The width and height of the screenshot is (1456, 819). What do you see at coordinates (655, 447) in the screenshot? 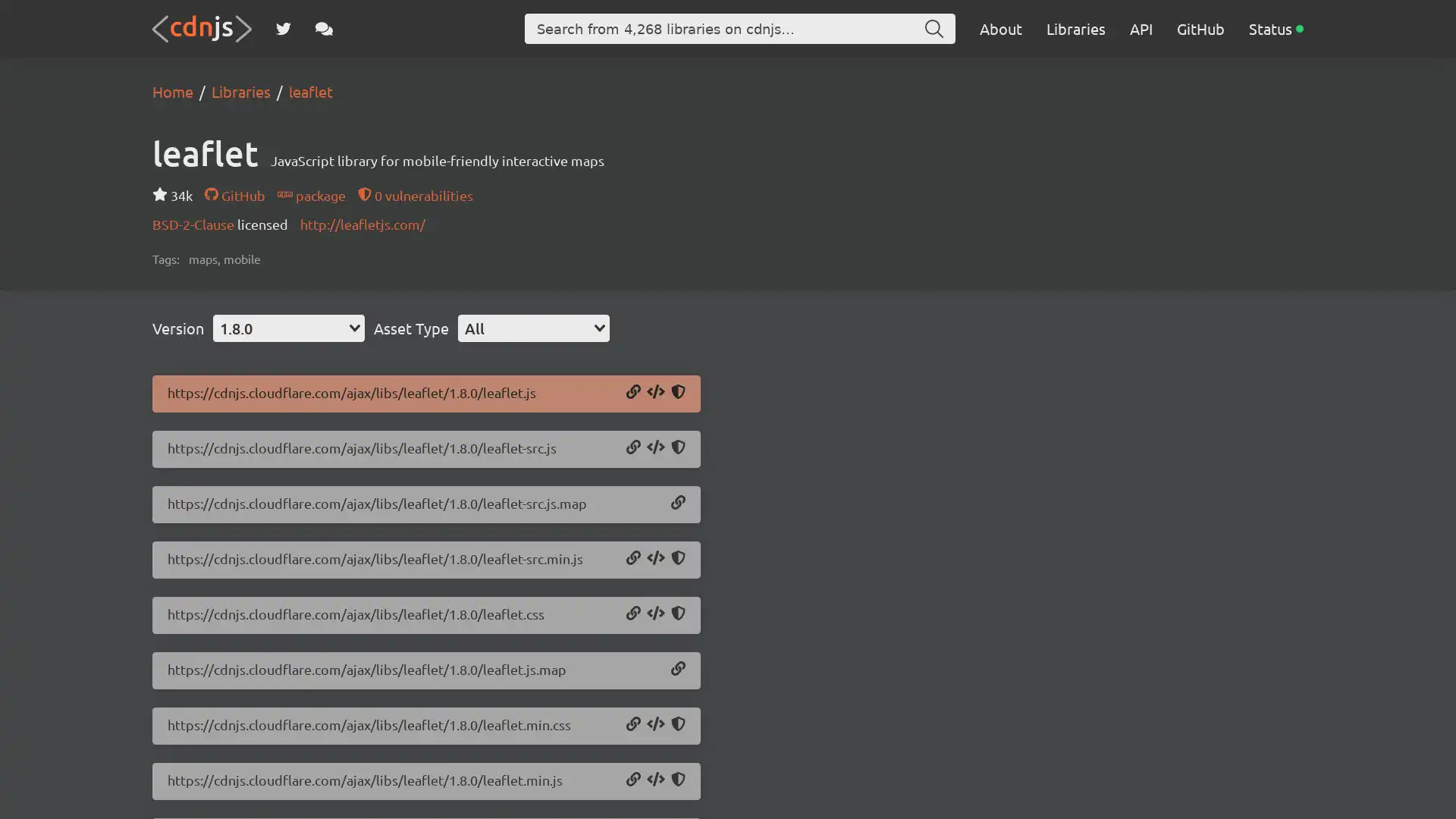
I see `Copy Script Tag` at bounding box center [655, 447].